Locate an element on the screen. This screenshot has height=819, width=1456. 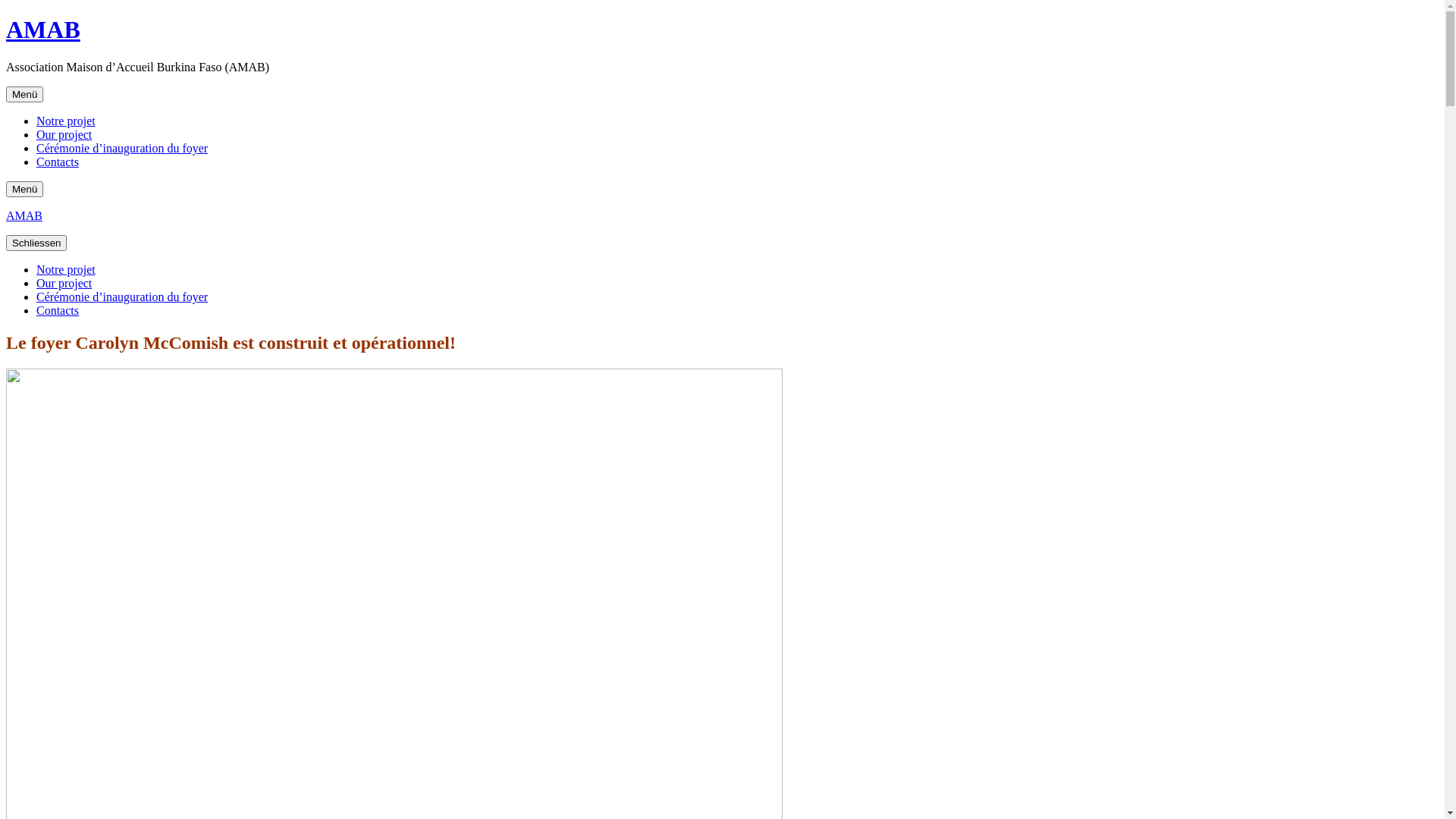
'Contacts' is located at coordinates (58, 309).